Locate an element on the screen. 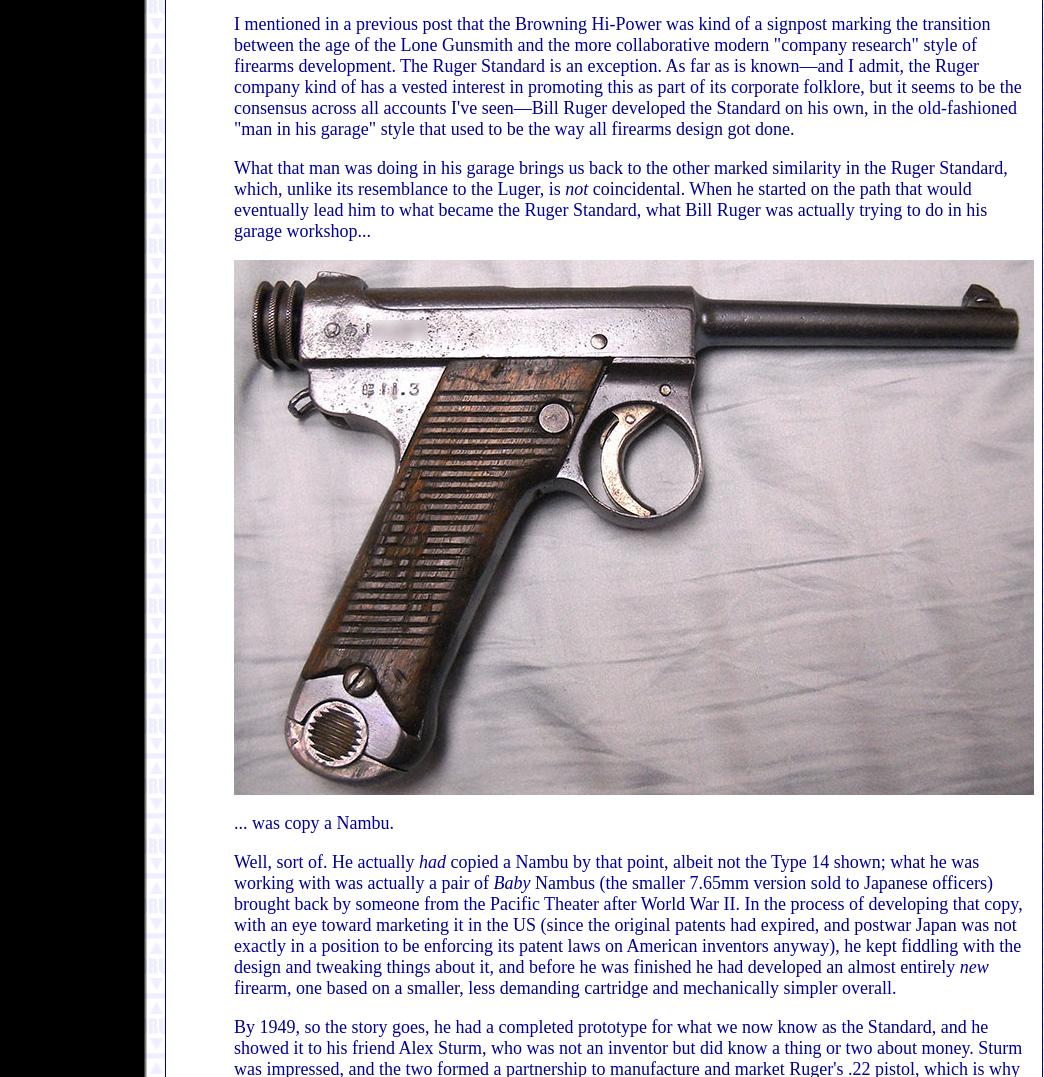 Image resolution: width=1044 pixels, height=1077 pixels. 'coincidental.  When he started on the path that would eventually lead him to what became the Ruger Standard, what Bill Ruger was actually trying to do in his garage workshop...' is located at coordinates (233, 210).